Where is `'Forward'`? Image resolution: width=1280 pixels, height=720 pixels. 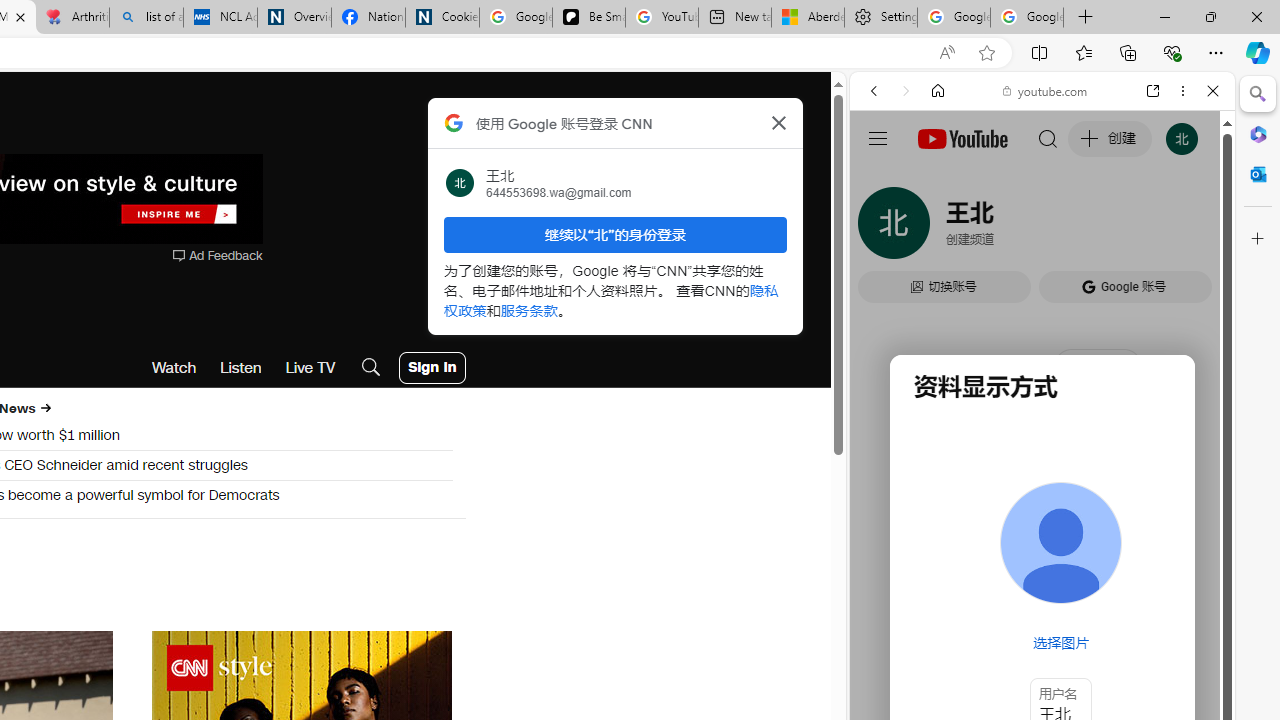 'Forward' is located at coordinates (905, 91).